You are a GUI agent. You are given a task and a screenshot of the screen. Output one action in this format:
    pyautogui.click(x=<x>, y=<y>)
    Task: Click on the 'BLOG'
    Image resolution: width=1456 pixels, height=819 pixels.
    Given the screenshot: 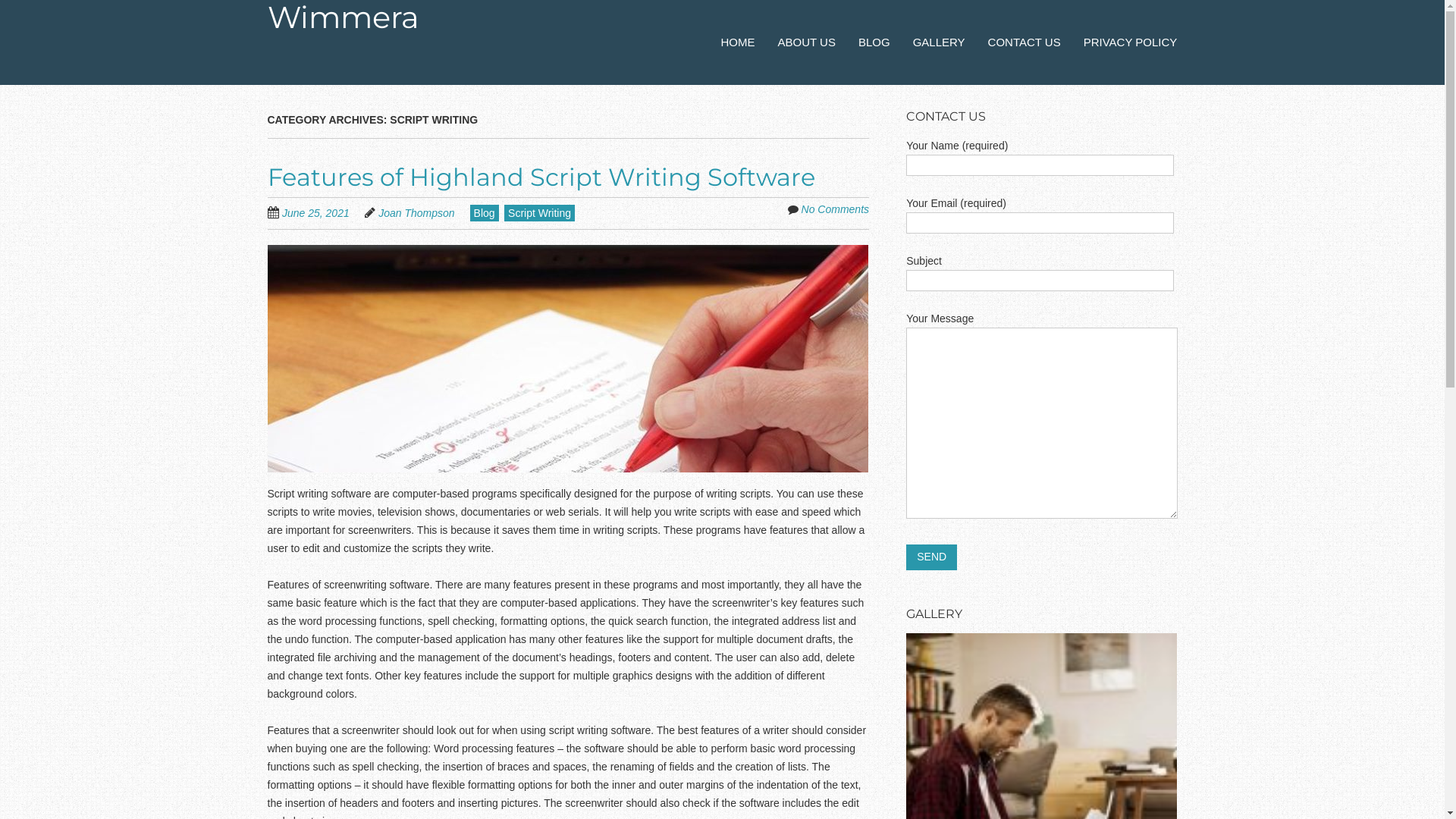 What is the action you would take?
    pyautogui.click(x=874, y=42)
    